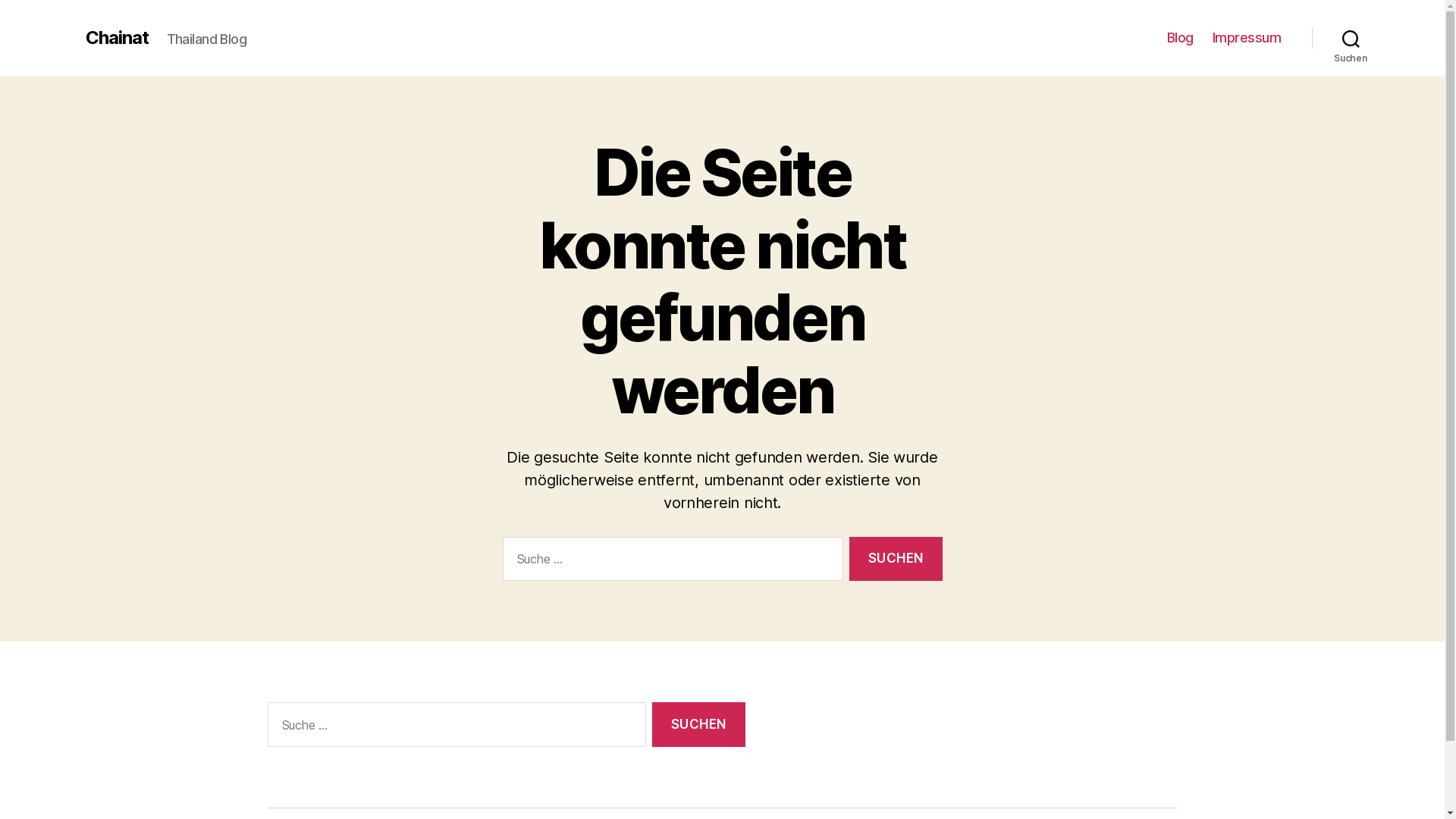  I want to click on 'Suchen', so click(698, 723).